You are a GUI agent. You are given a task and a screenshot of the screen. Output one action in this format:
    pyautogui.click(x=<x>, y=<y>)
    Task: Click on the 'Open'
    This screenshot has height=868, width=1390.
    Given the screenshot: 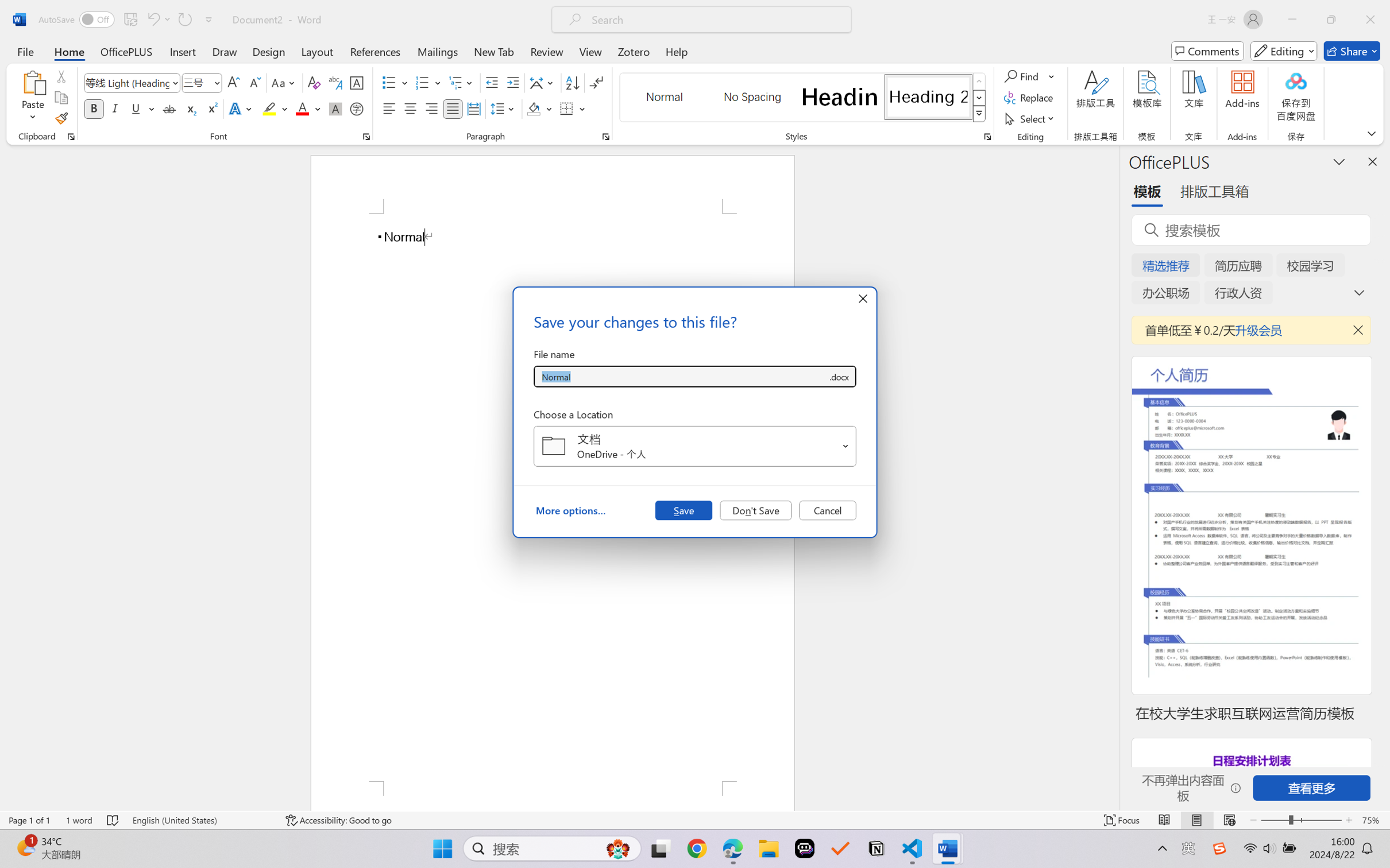 What is the action you would take?
    pyautogui.click(x=845, y=445)
    